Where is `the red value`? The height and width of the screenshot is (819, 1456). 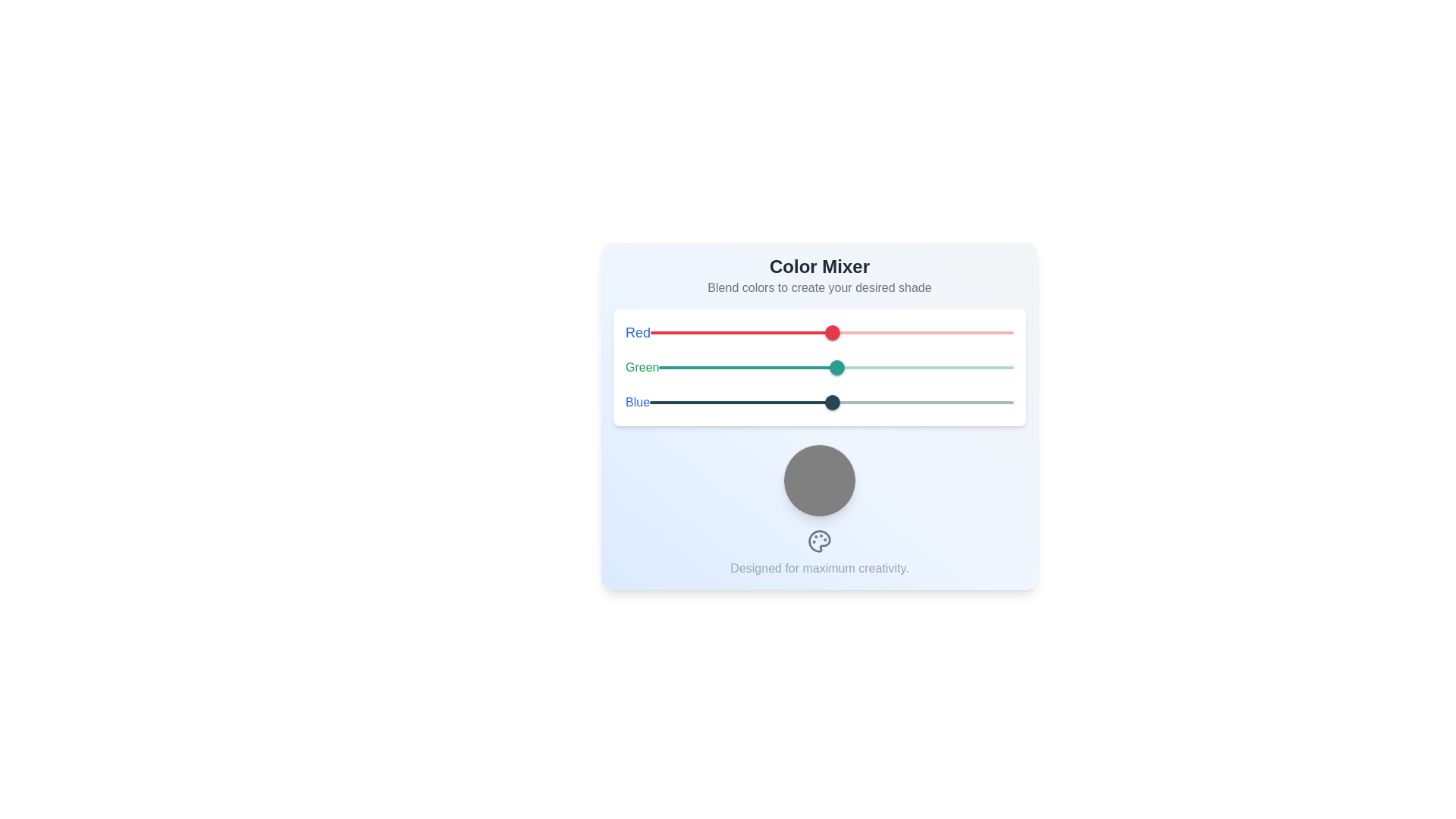
the red value is located at coordinates (830, 332).